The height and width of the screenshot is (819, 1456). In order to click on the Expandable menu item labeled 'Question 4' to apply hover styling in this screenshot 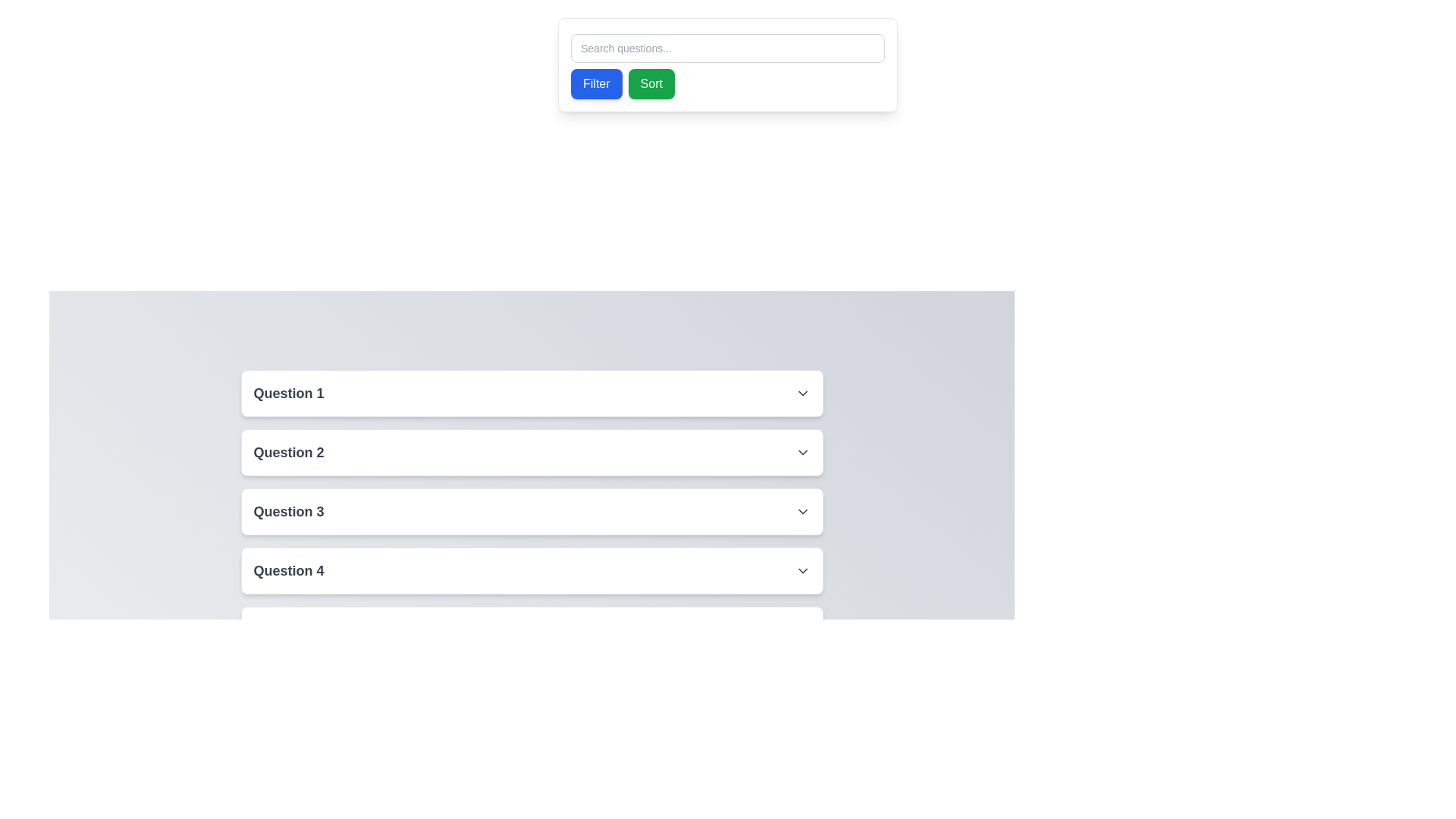, I will do `click(532, 570)`.